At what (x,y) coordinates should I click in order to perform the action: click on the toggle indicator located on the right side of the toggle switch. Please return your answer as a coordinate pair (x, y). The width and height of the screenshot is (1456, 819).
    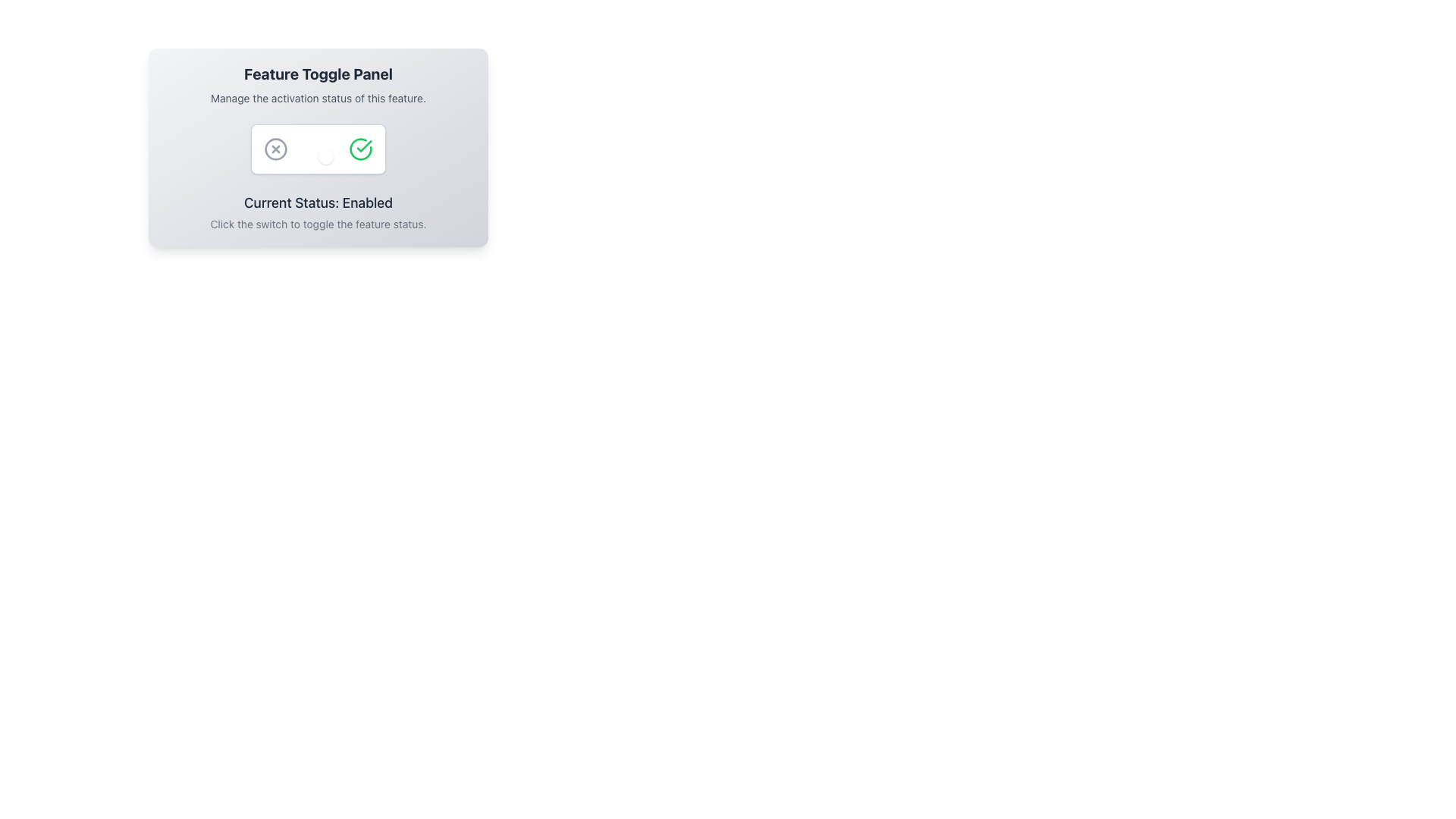
    Looking at the image, I should click on (325, 157).